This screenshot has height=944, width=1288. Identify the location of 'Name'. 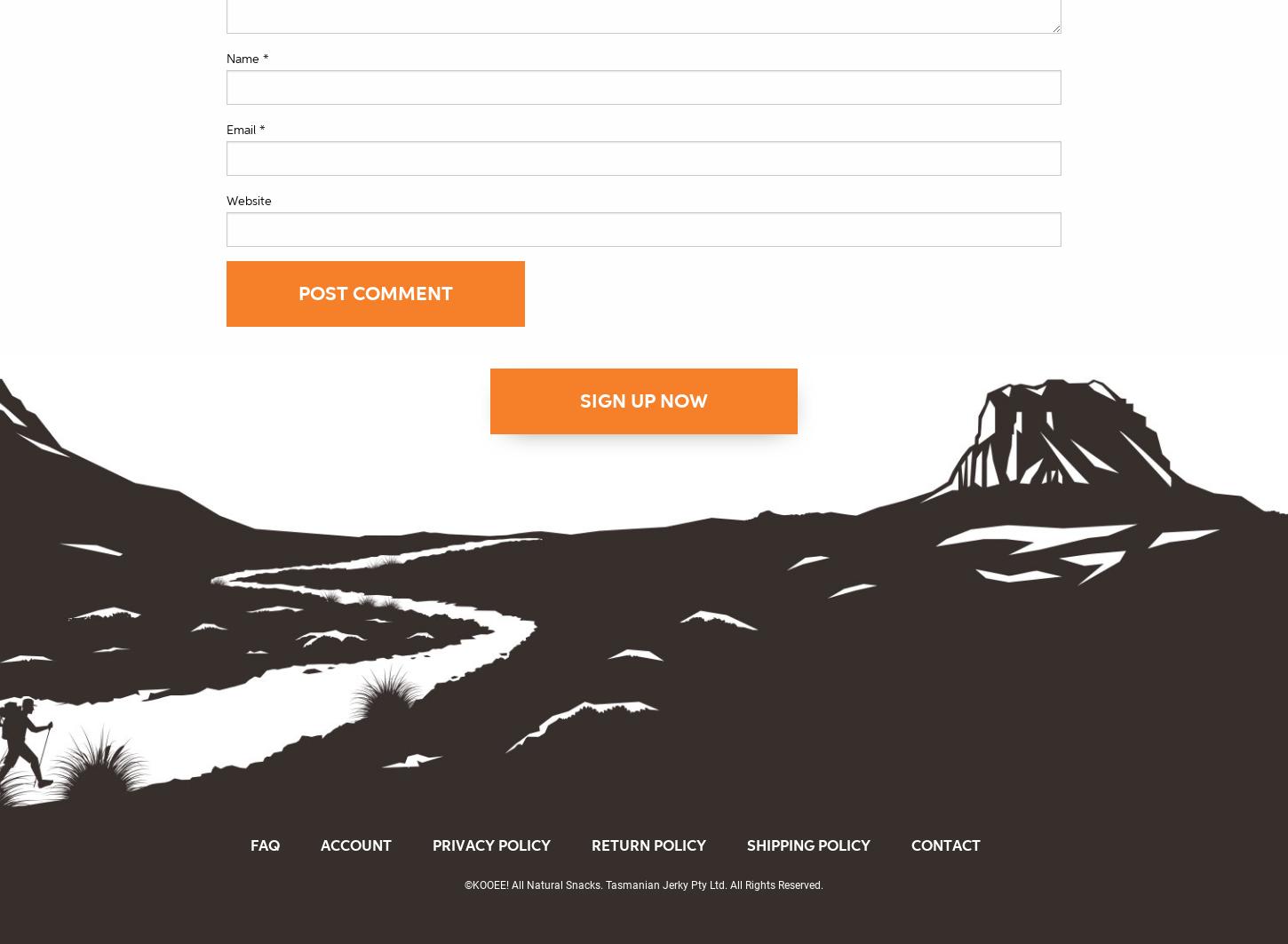
(244, 57).